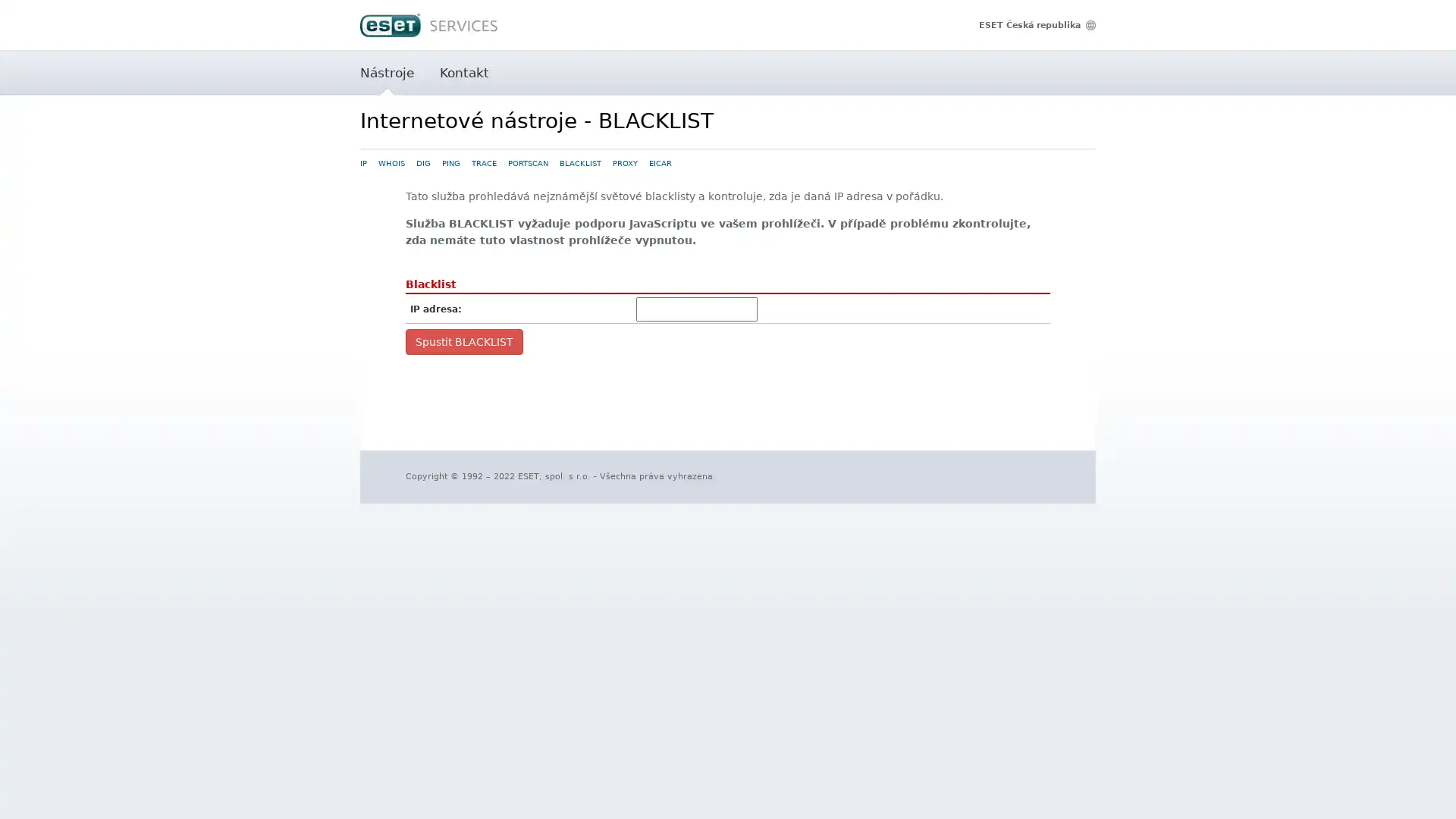 The height and width of the screenshot is (819, 1456). What do you see at coordinates (463, 342) in the screenshot?
I see `Spustit BLACKLIST` at bounding box center [463, 342].